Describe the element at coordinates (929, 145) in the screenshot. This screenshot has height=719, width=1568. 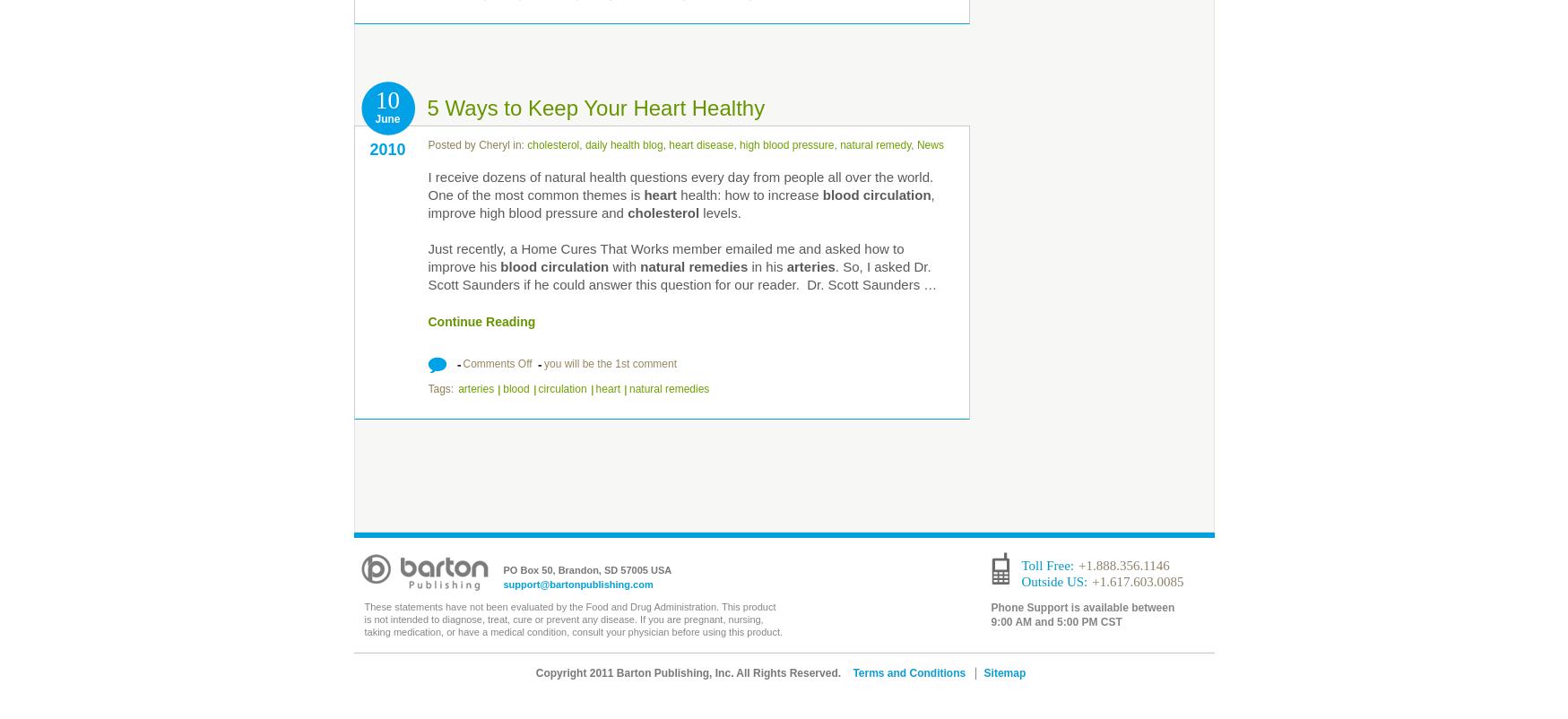
I see `'News'` at that location.